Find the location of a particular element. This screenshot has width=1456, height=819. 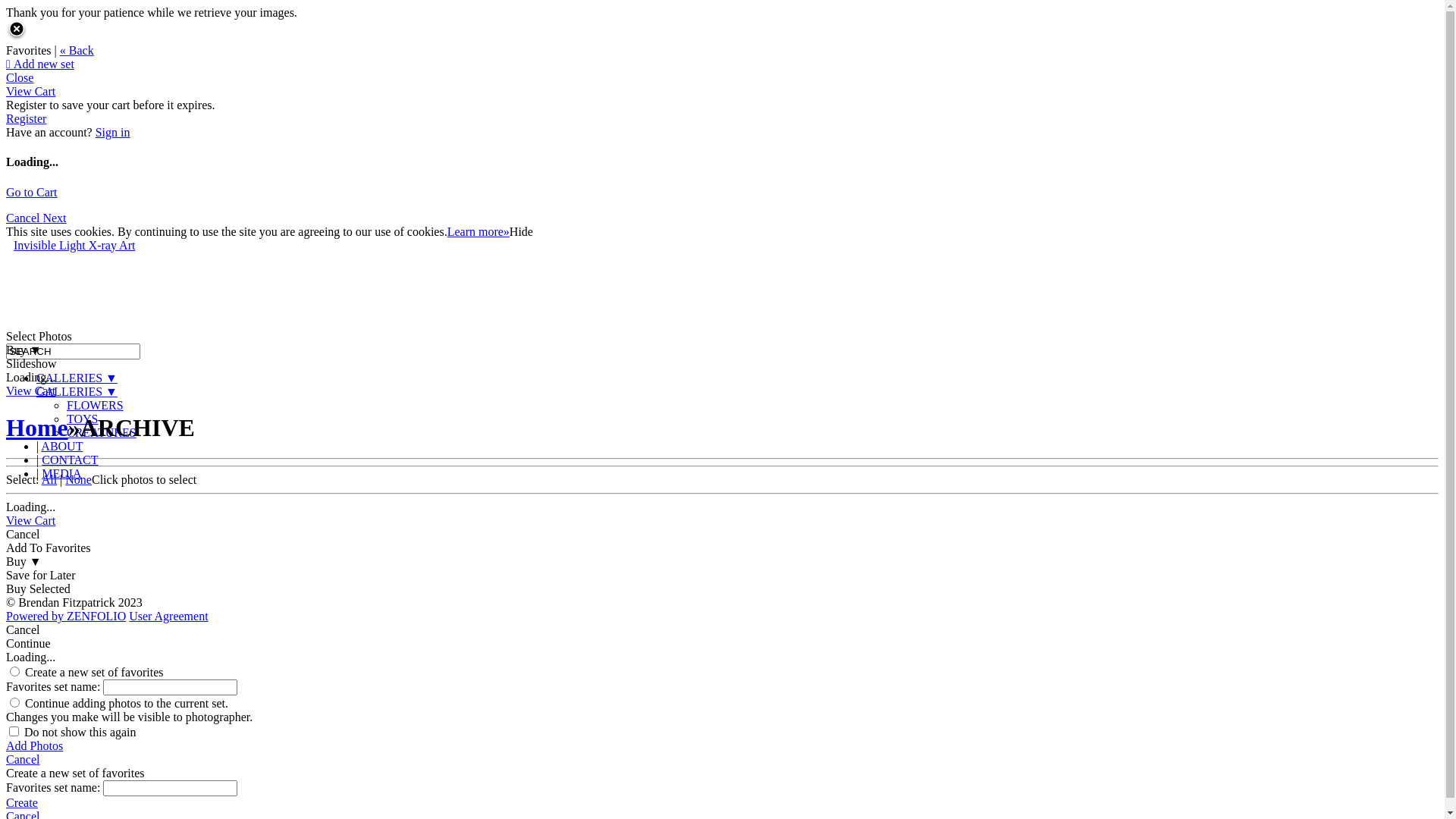

'Close' is located at coordinates (19, 77).